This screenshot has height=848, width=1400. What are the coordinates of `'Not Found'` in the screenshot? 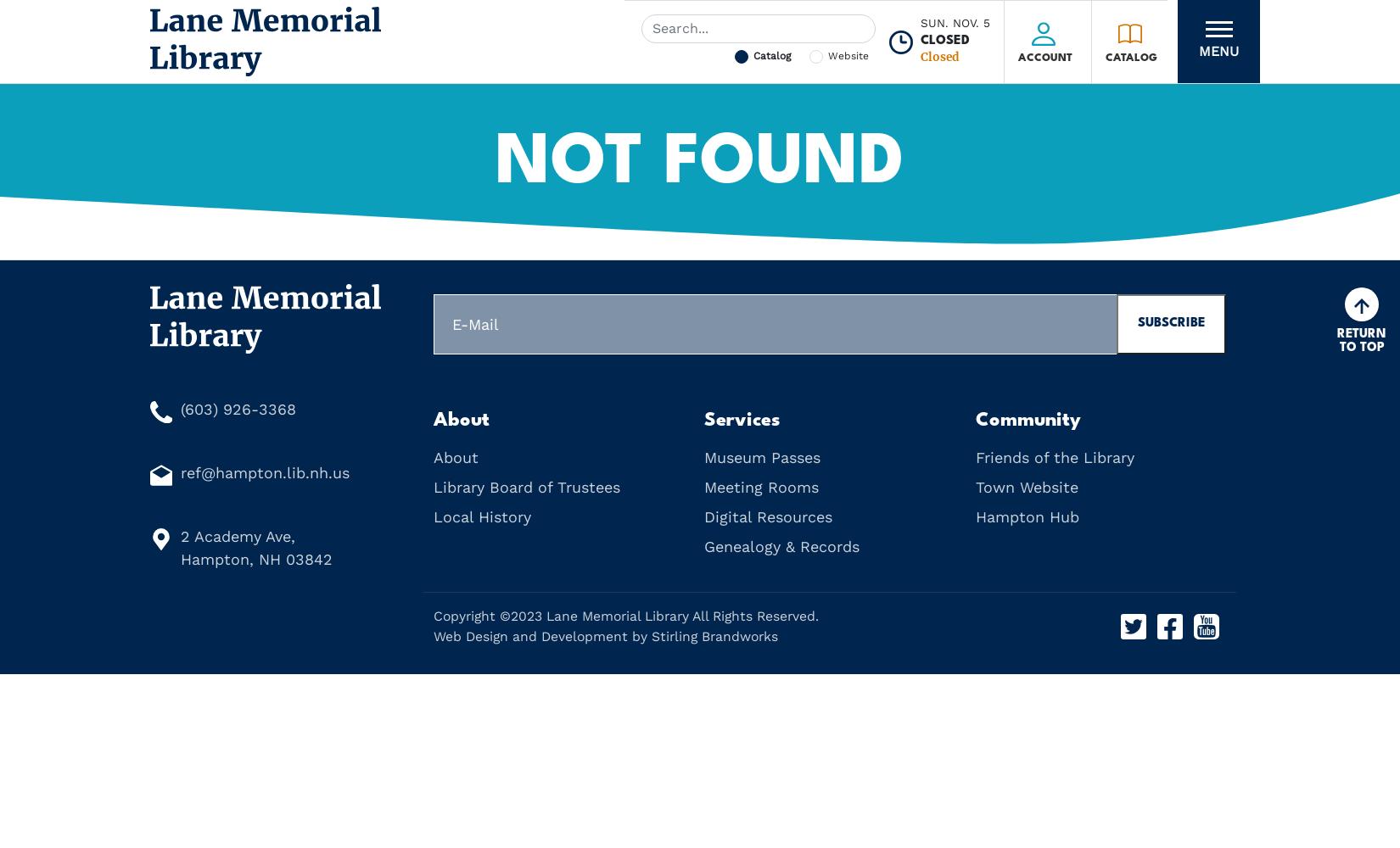 It's located at (700, 163).